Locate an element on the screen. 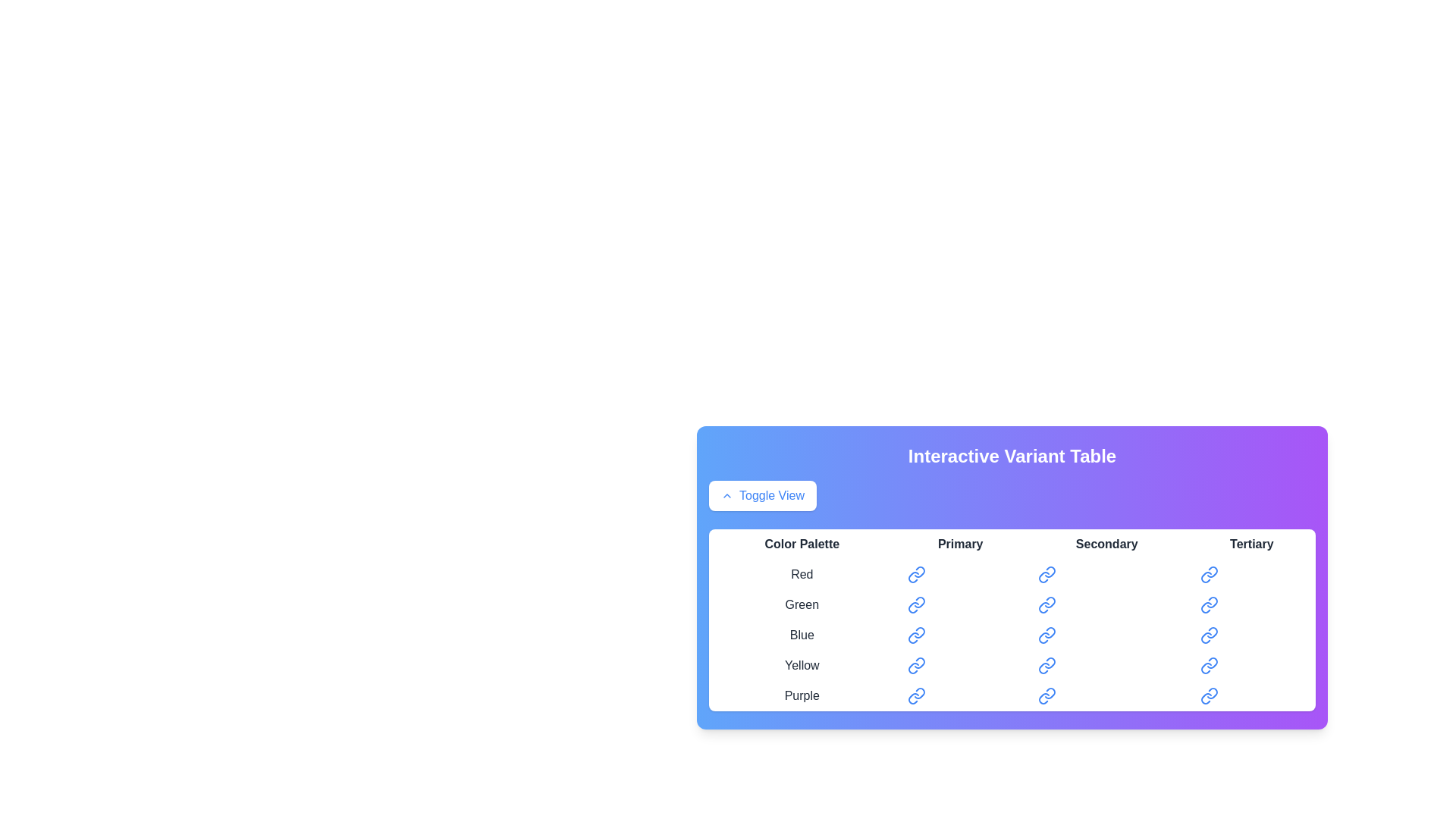 This screenshot has height=819, width=1456. the Text label with an associated visual icon in the third cell of the 'Red' color row under the 'Secondary' column header is located at coordinates (1106, 575).